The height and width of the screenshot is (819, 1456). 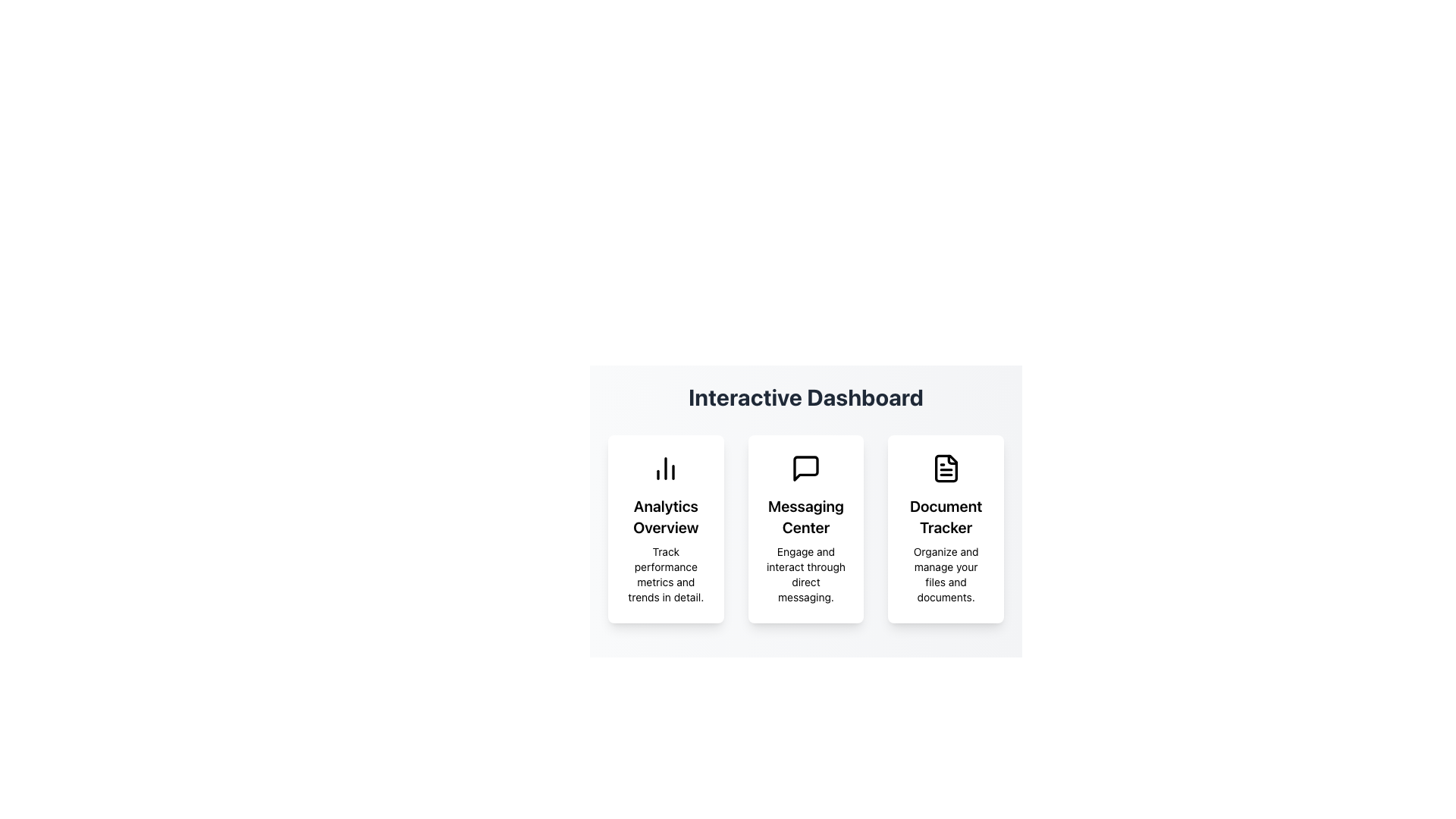 I want to click on the document icon located at the center of the 'Document Tracker' card, which is the third card in the horizontally arranged set under the 'Interactive Dashboard' heading, so click(x=945, y=467).